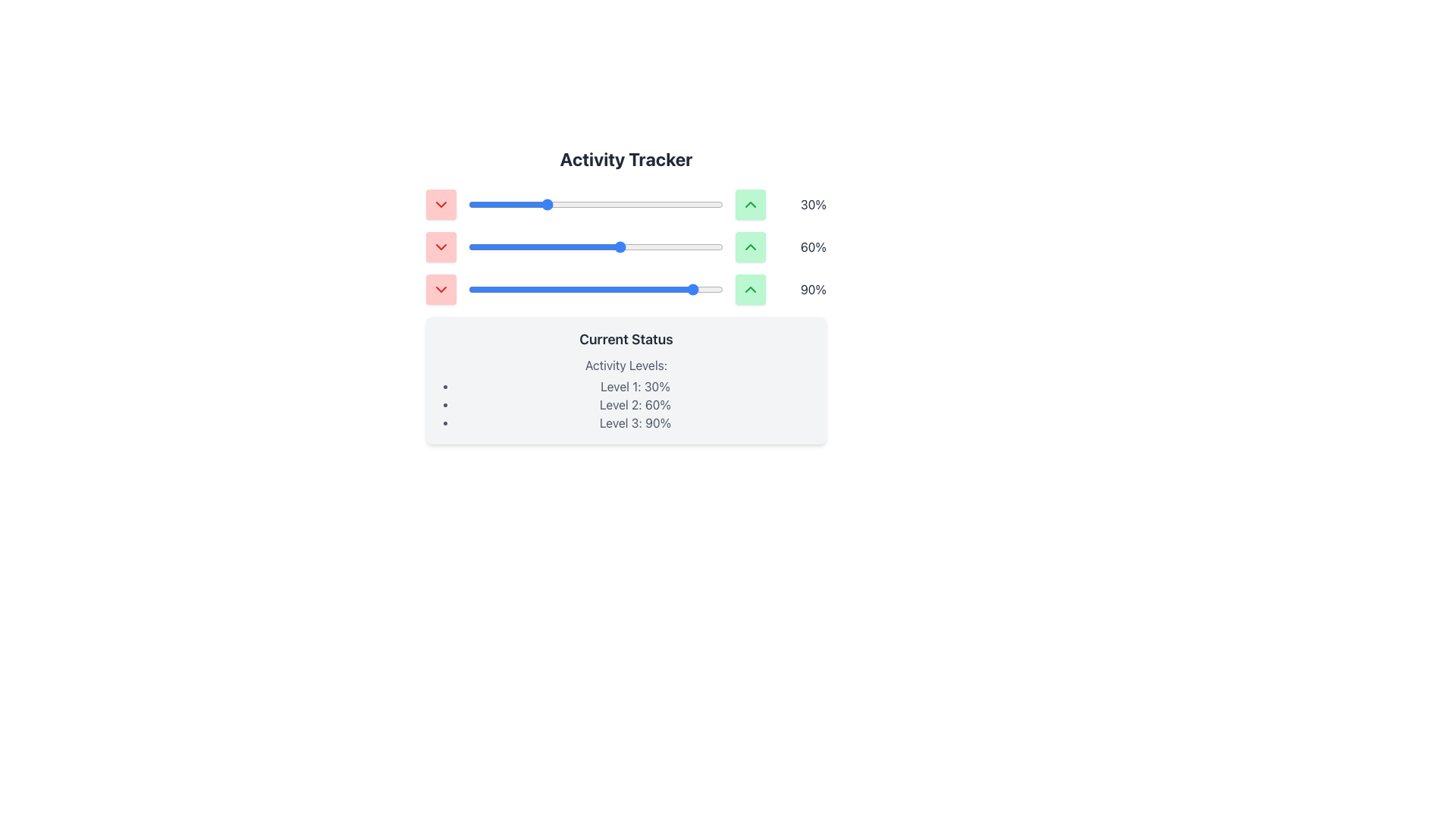 The image size is (1456, 819). Describe the element at coordinates (598, 289) in the screenshot. I see `the slider` at that location.